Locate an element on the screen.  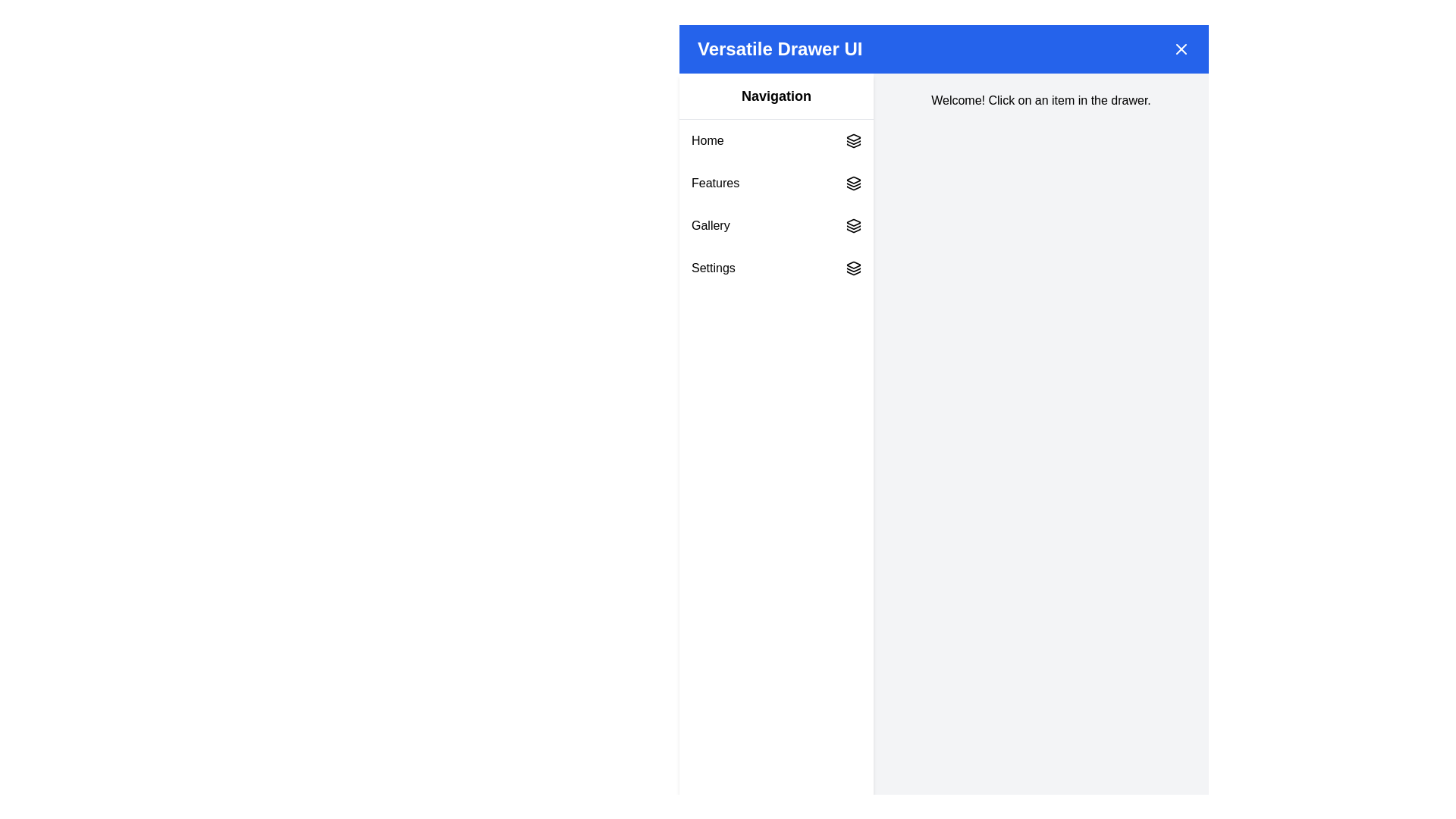
the 'Settings' menu item, which is the last item in the vertical navigation menu is located at coordinates (776, 268).